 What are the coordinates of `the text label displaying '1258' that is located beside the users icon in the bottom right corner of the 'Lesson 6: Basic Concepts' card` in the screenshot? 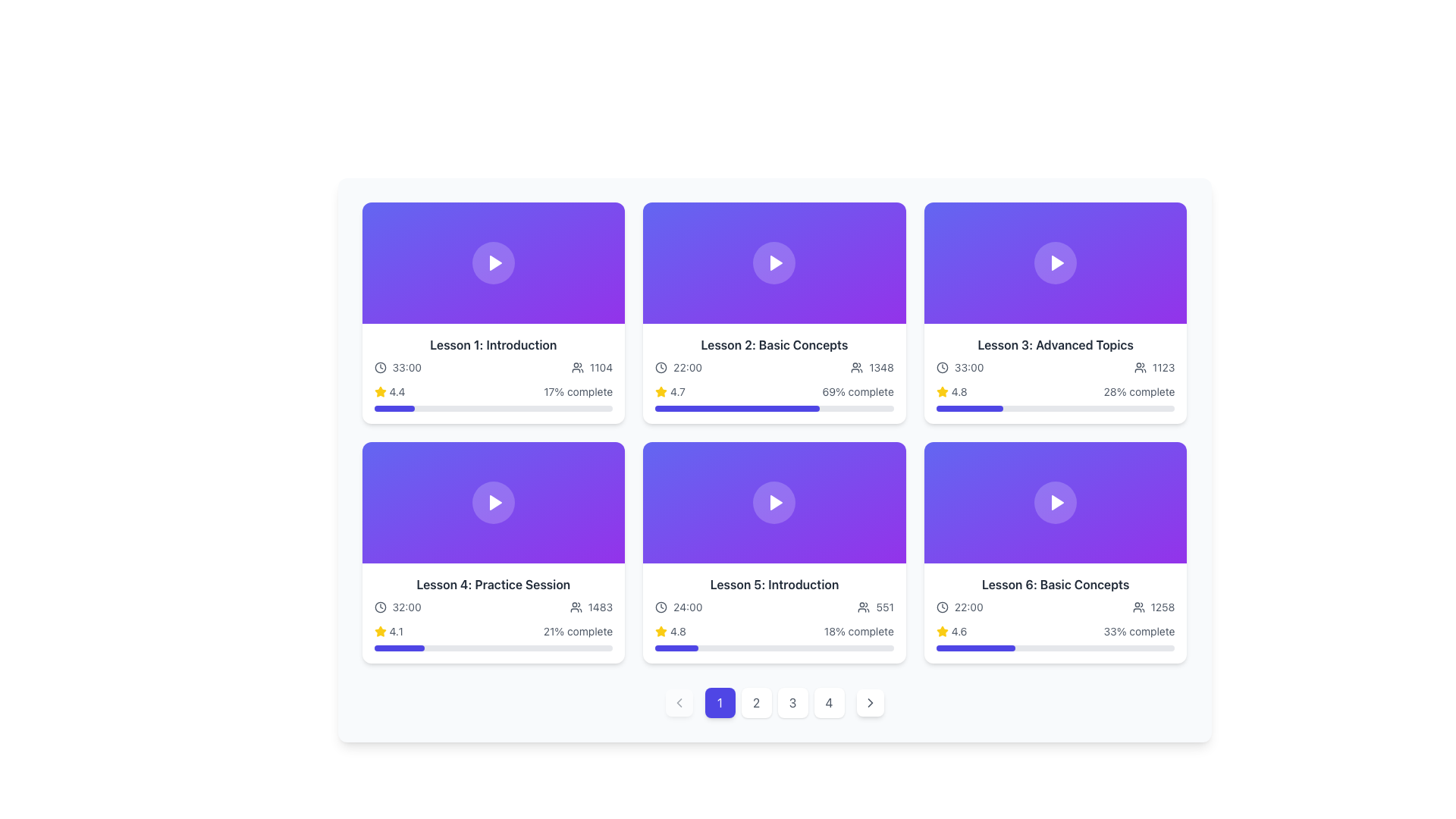 It's located at (1162, 607).